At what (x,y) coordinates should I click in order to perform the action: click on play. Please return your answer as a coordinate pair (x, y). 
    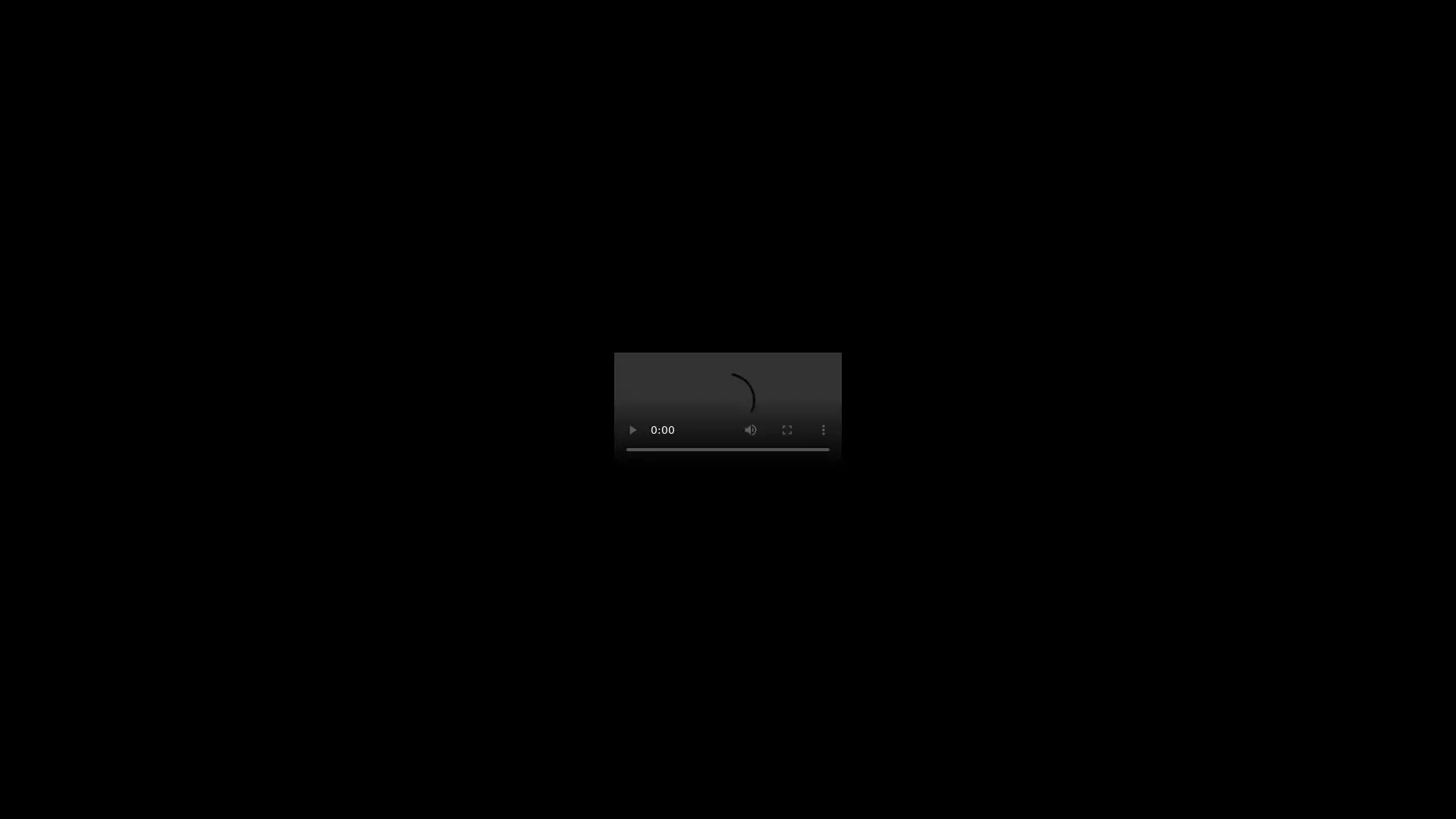
    Looking at the image, I should click on (632, 430).